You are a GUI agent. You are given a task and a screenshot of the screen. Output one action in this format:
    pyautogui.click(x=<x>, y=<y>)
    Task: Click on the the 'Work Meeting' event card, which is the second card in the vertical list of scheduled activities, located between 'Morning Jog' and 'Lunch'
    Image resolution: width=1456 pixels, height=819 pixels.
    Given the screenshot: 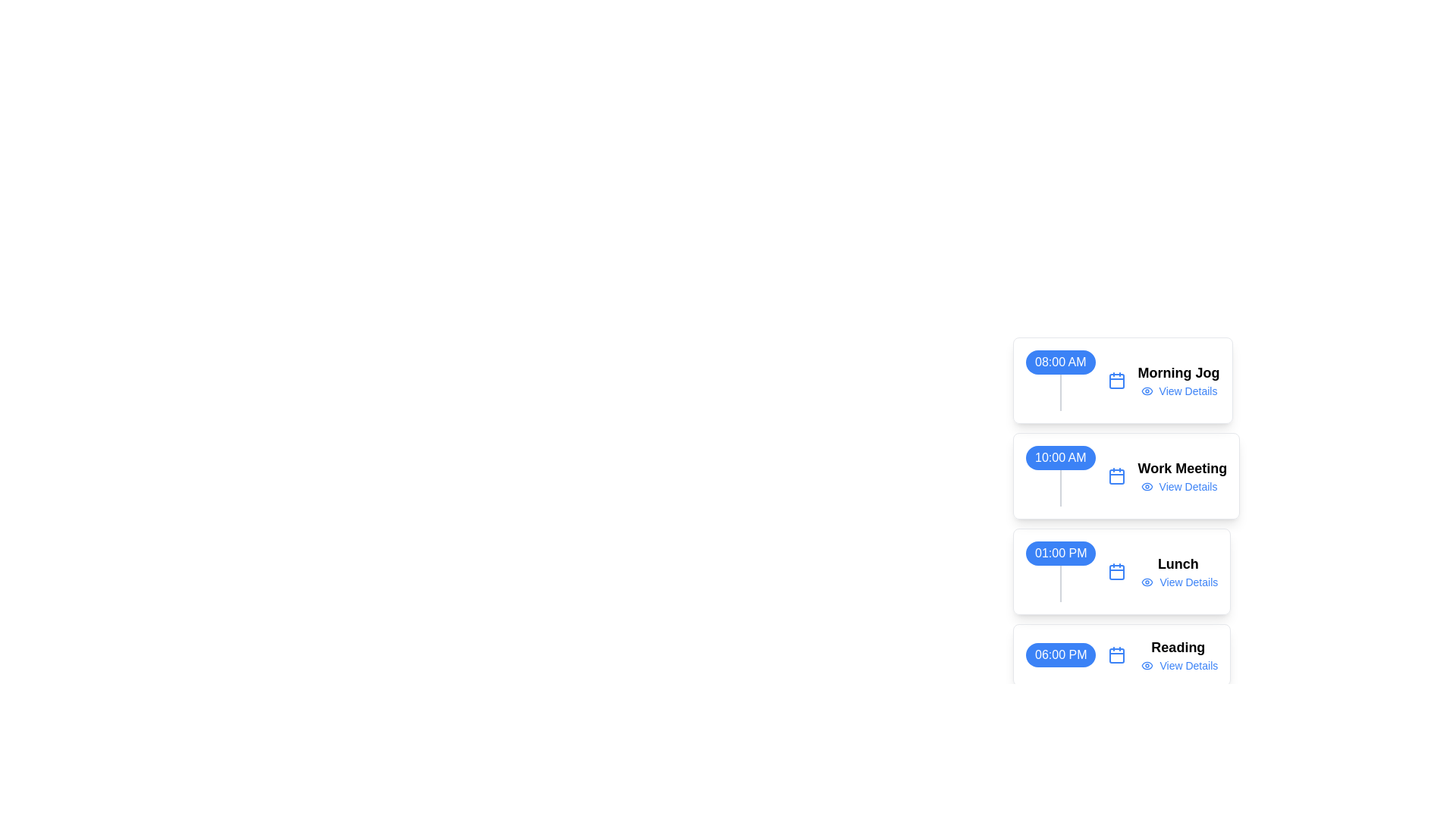 What is the action you would take?
    pyautogui.click(x=1207, y=512)
    